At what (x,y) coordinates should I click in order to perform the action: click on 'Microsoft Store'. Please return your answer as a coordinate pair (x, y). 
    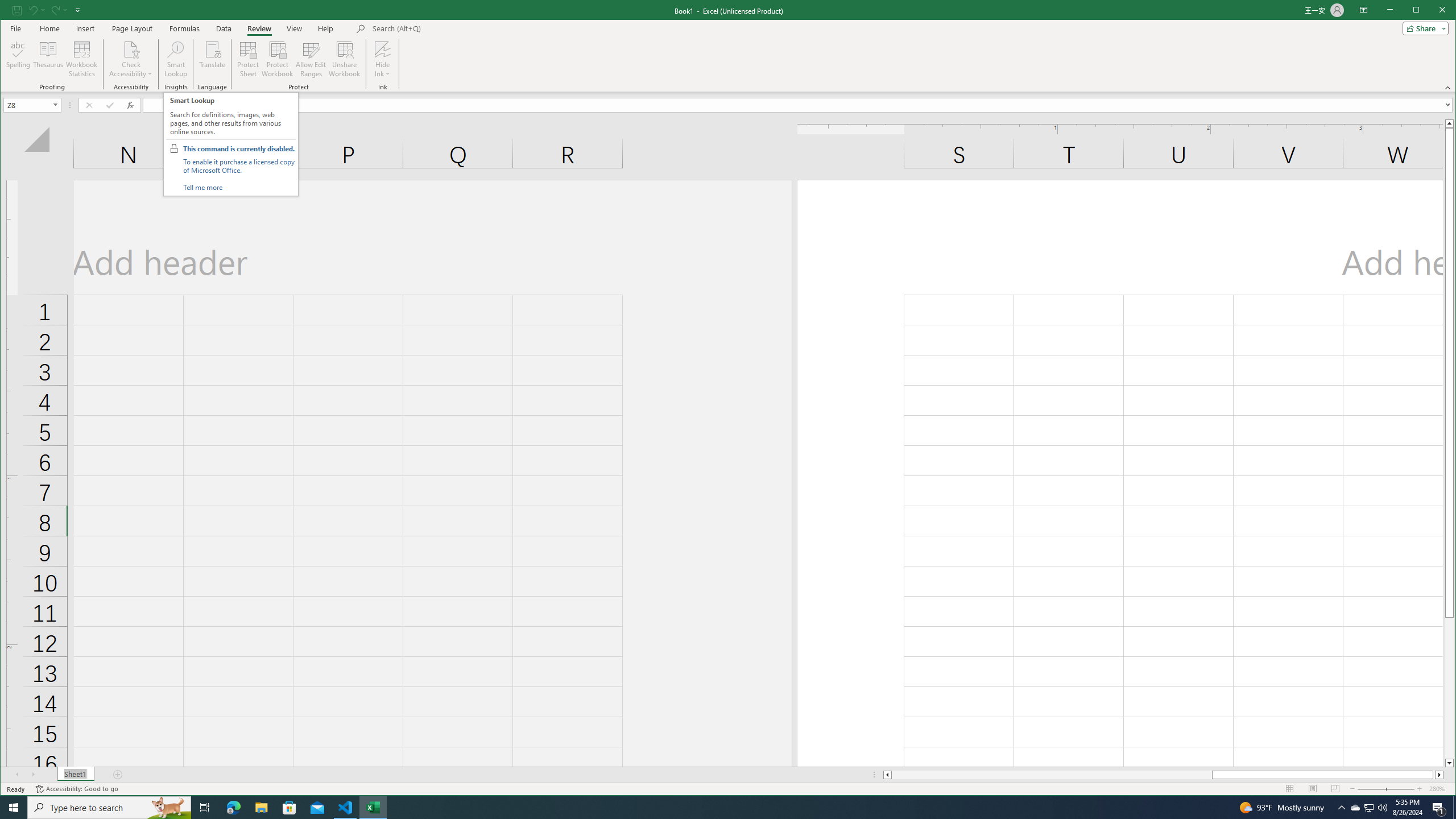
    Looking at the image, I should click on (289, 806).